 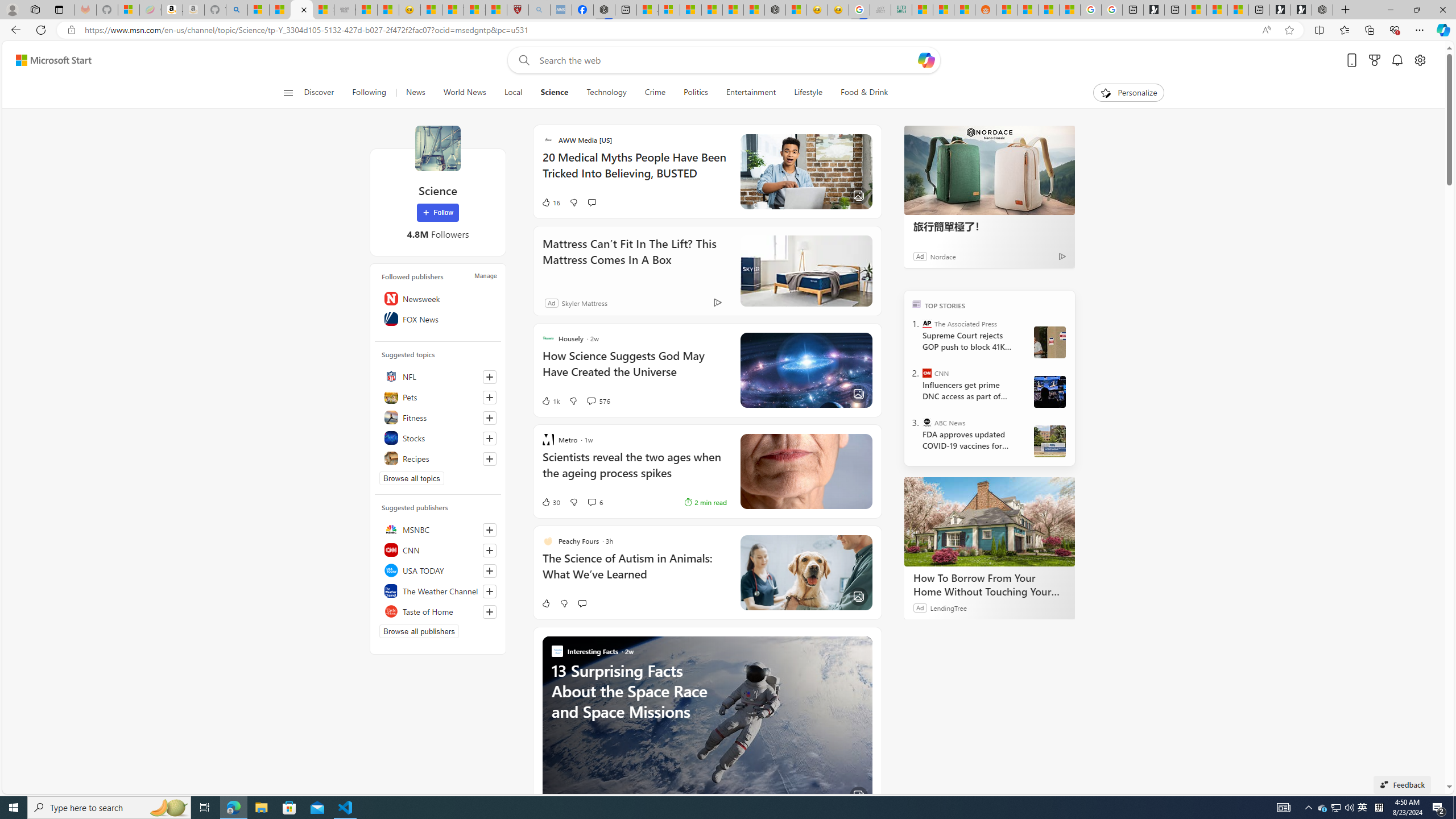 I want to click on 'Browse all publishers', so click(x=419, y=630).